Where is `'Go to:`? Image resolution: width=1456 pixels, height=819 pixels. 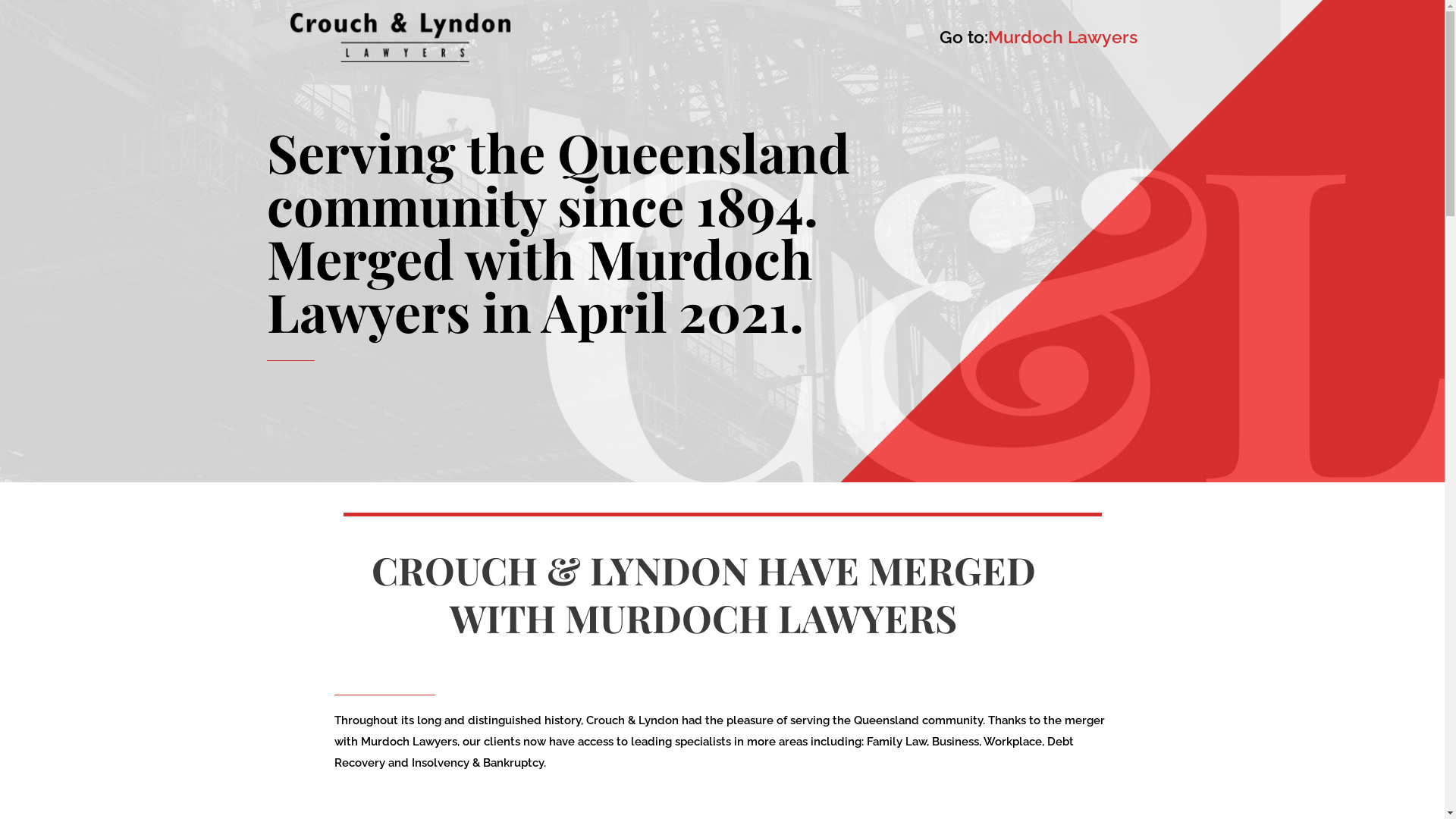 'Go to: is located at coordinates (1037, 36).